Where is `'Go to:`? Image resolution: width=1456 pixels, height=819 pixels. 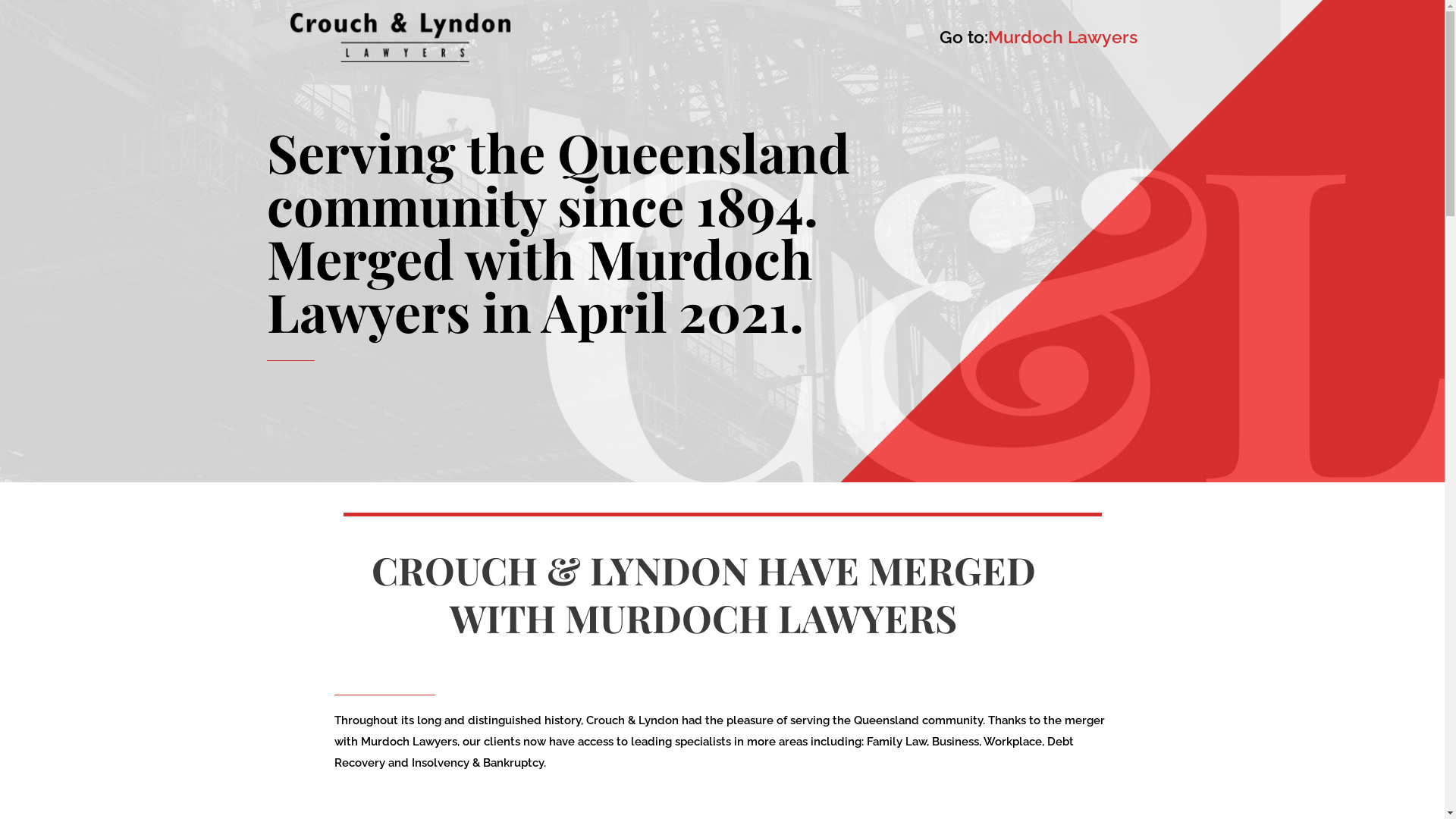 'Go to: is located at coordinates (1037, 36).